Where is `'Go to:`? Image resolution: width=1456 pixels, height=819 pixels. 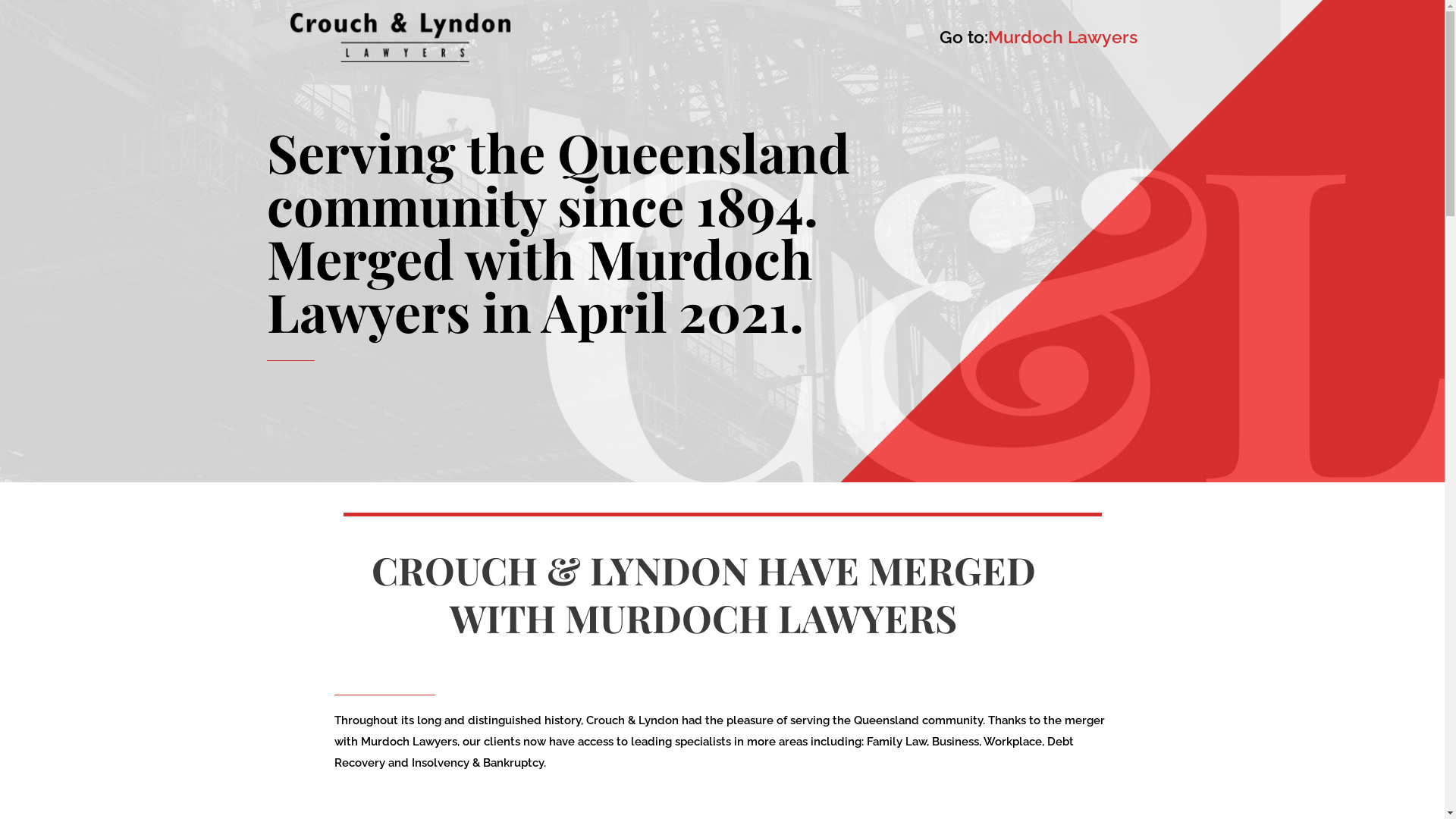 'Go to: is located at coordinates (1037, 36).